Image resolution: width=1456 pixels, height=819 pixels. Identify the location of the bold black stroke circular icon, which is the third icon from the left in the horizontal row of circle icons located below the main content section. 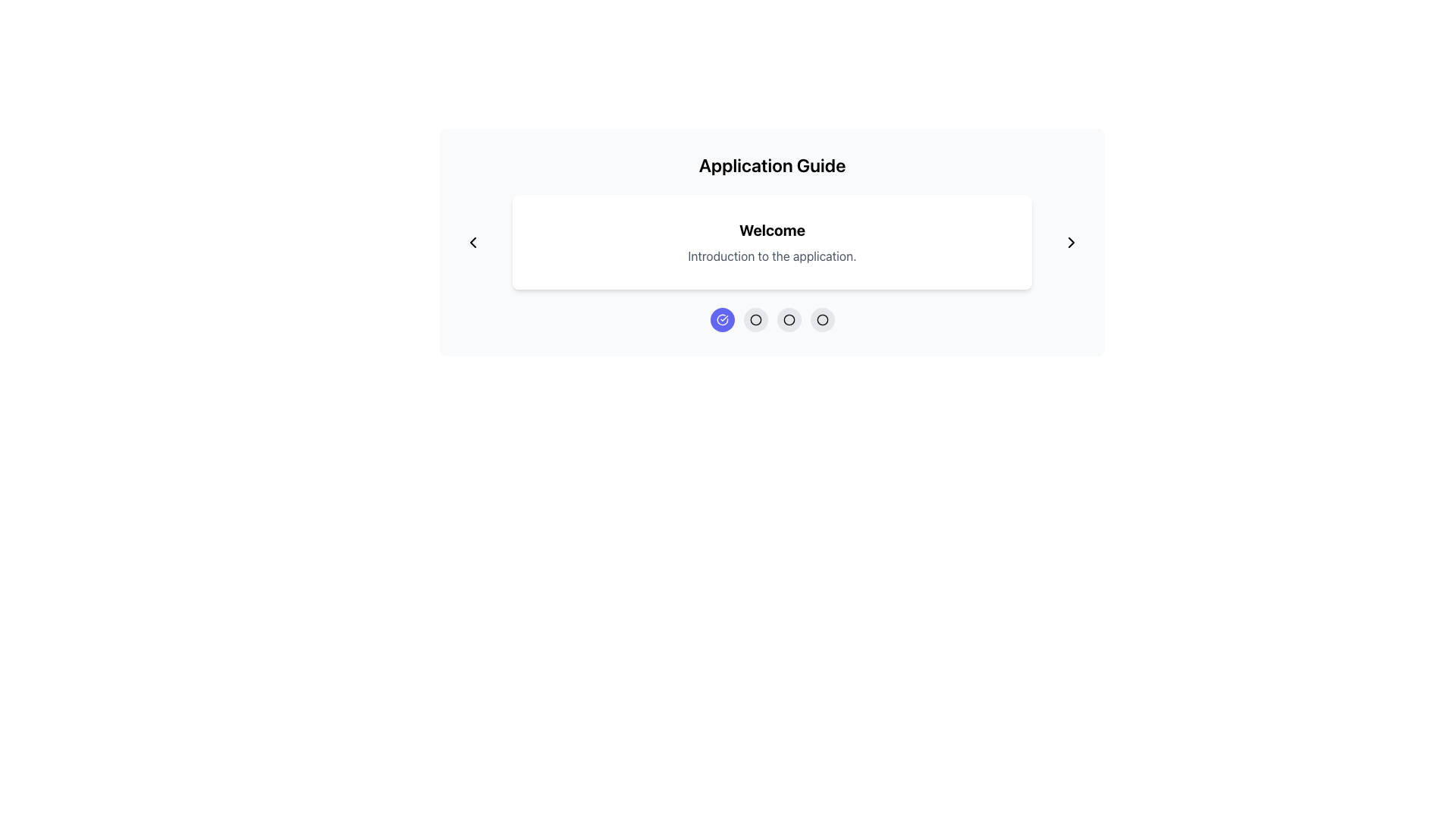
(789, 318).